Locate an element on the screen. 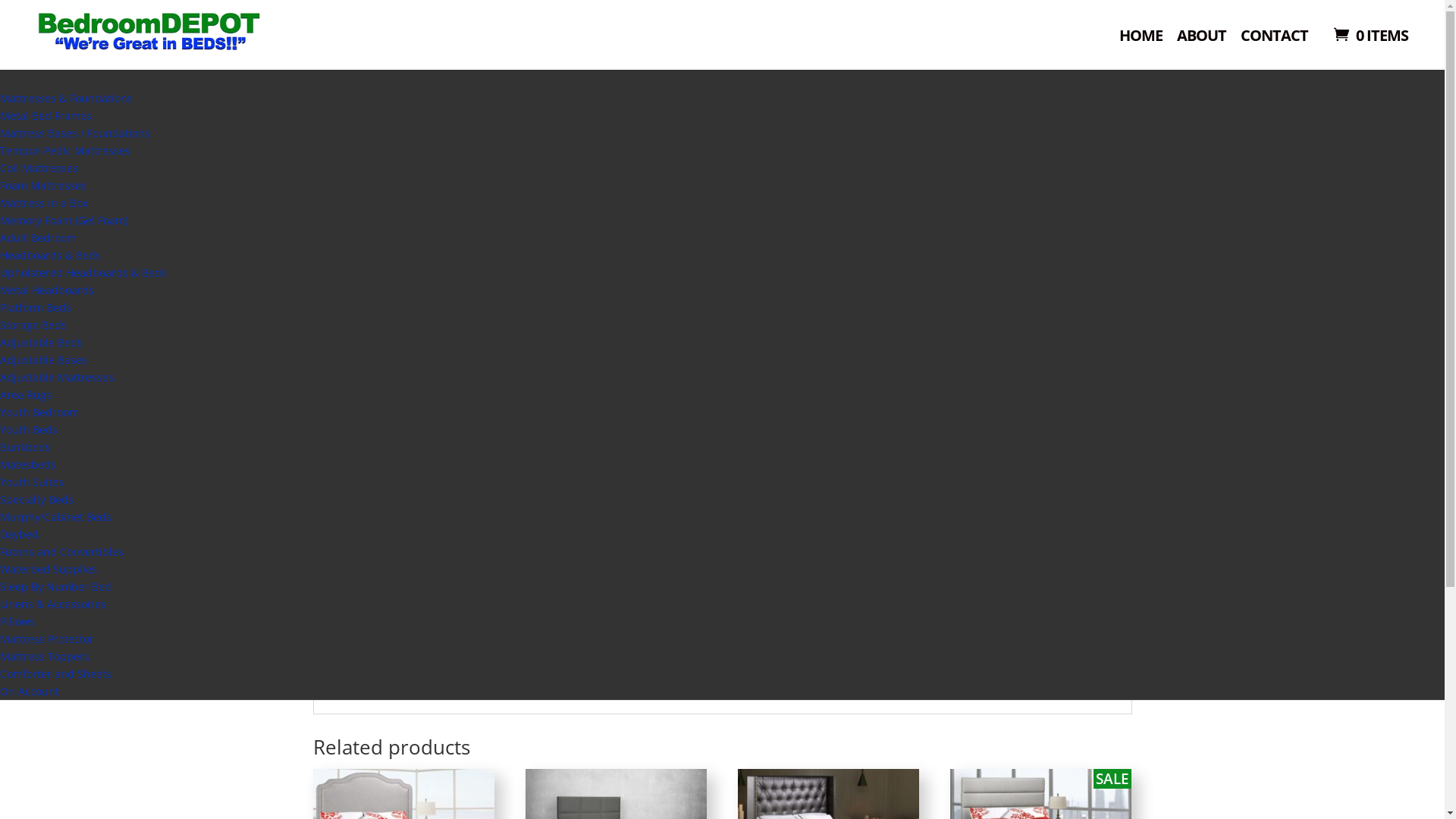 Image resolution: width=1456 pixels, height=819 pixels. 'Mattress Bases / Foundations' is located at coordinates (0, 132).